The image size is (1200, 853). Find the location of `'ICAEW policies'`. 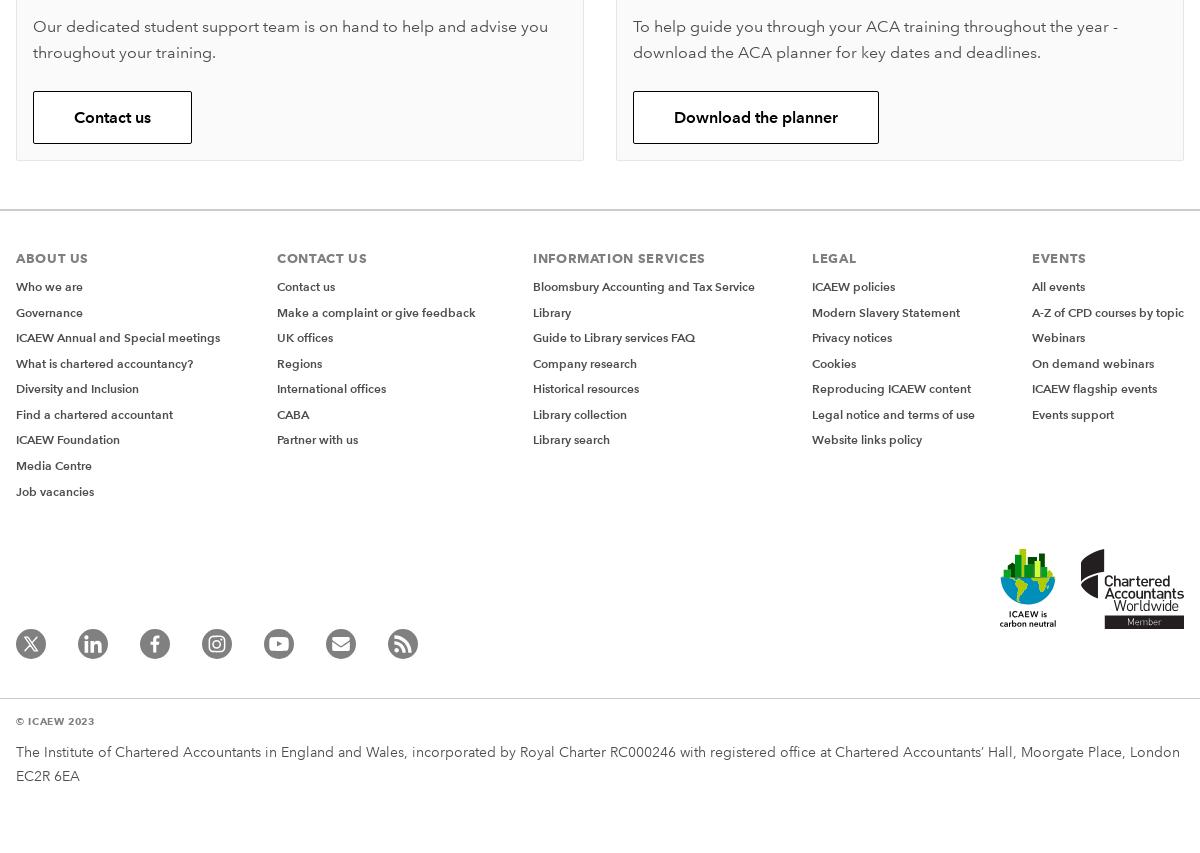

'ICAEW policies' is located at coordinates (811, 284).